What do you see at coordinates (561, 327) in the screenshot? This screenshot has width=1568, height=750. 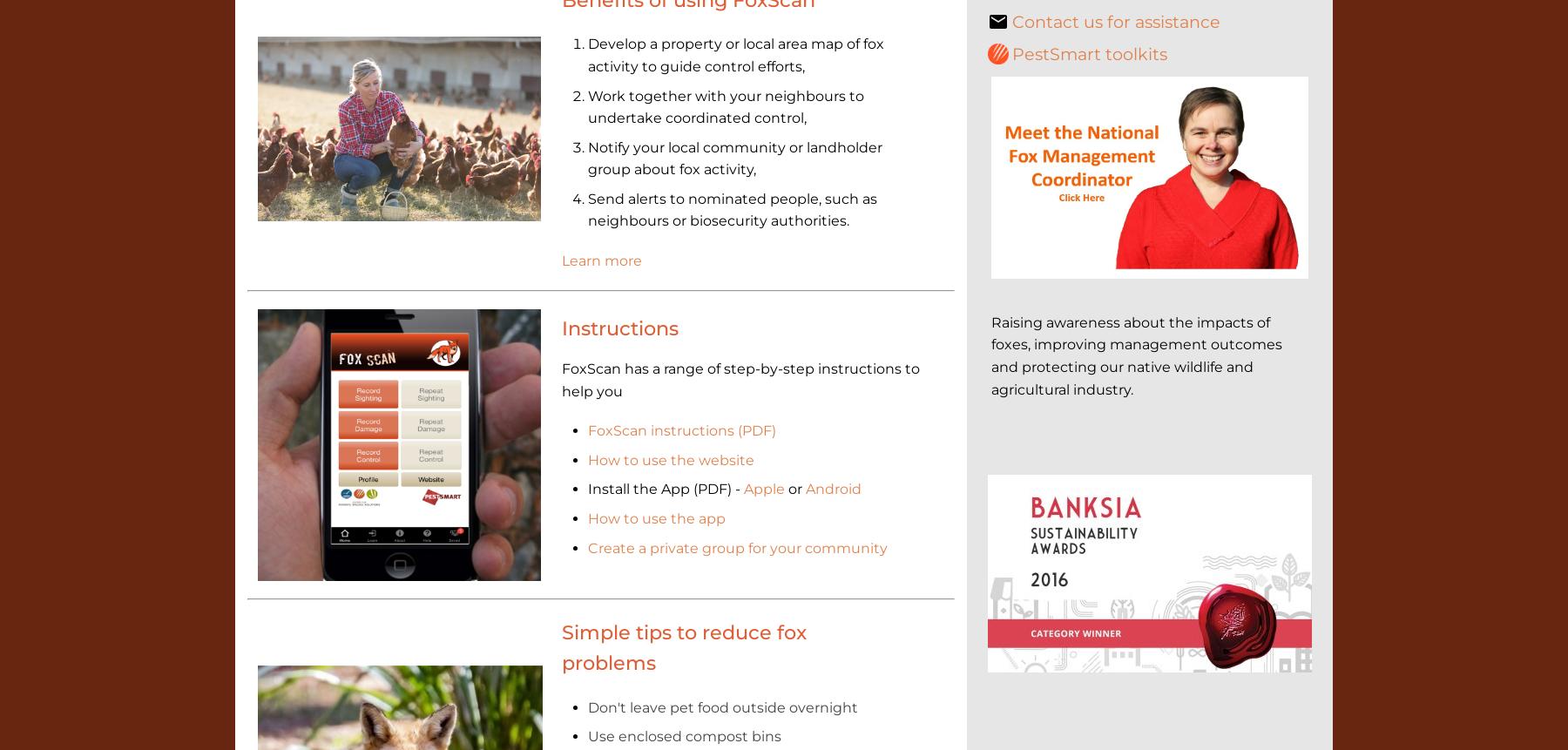 I see `'Instructions'` at bounding box center [561, 327].